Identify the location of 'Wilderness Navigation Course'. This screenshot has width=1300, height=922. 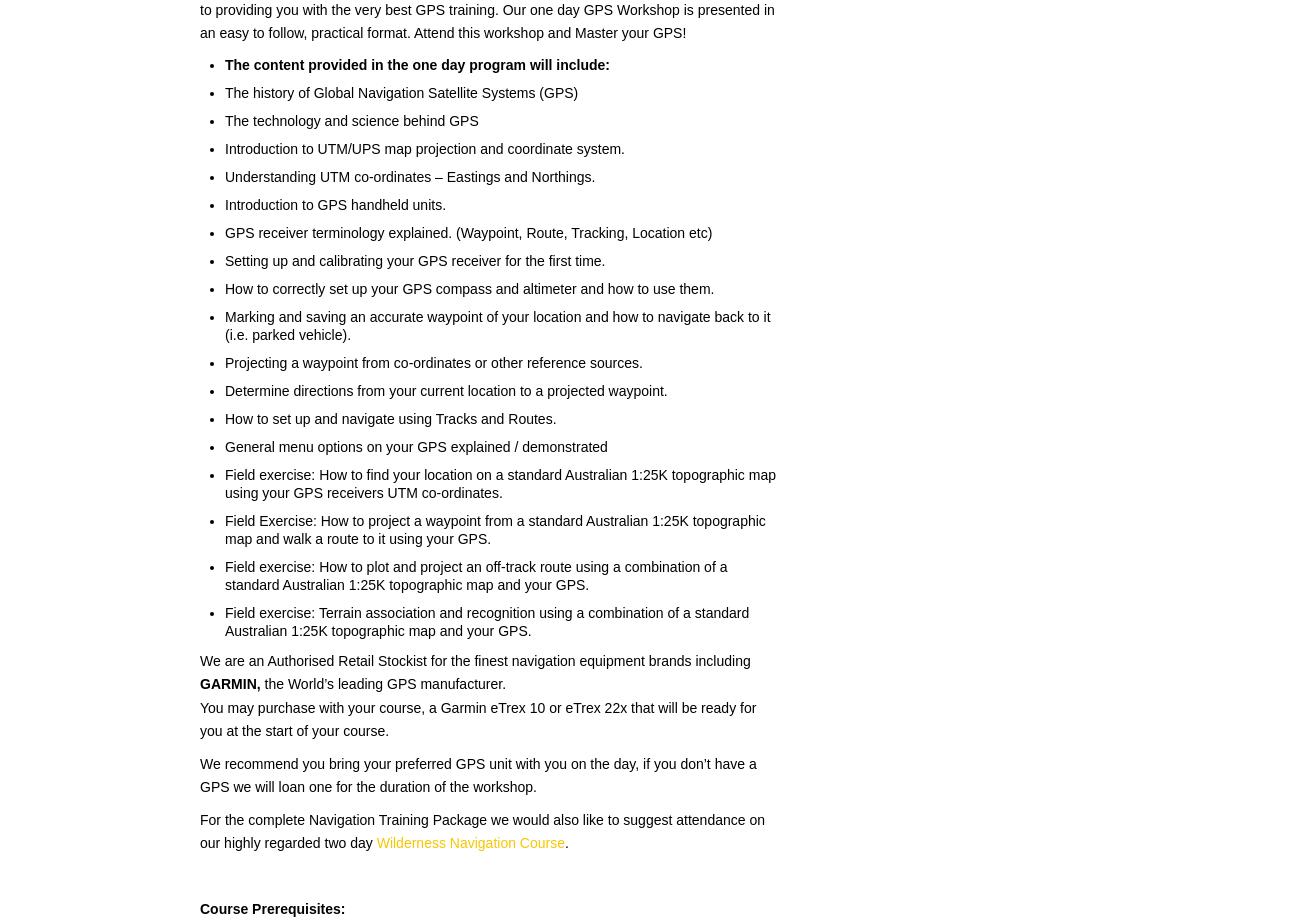
(468, 841).